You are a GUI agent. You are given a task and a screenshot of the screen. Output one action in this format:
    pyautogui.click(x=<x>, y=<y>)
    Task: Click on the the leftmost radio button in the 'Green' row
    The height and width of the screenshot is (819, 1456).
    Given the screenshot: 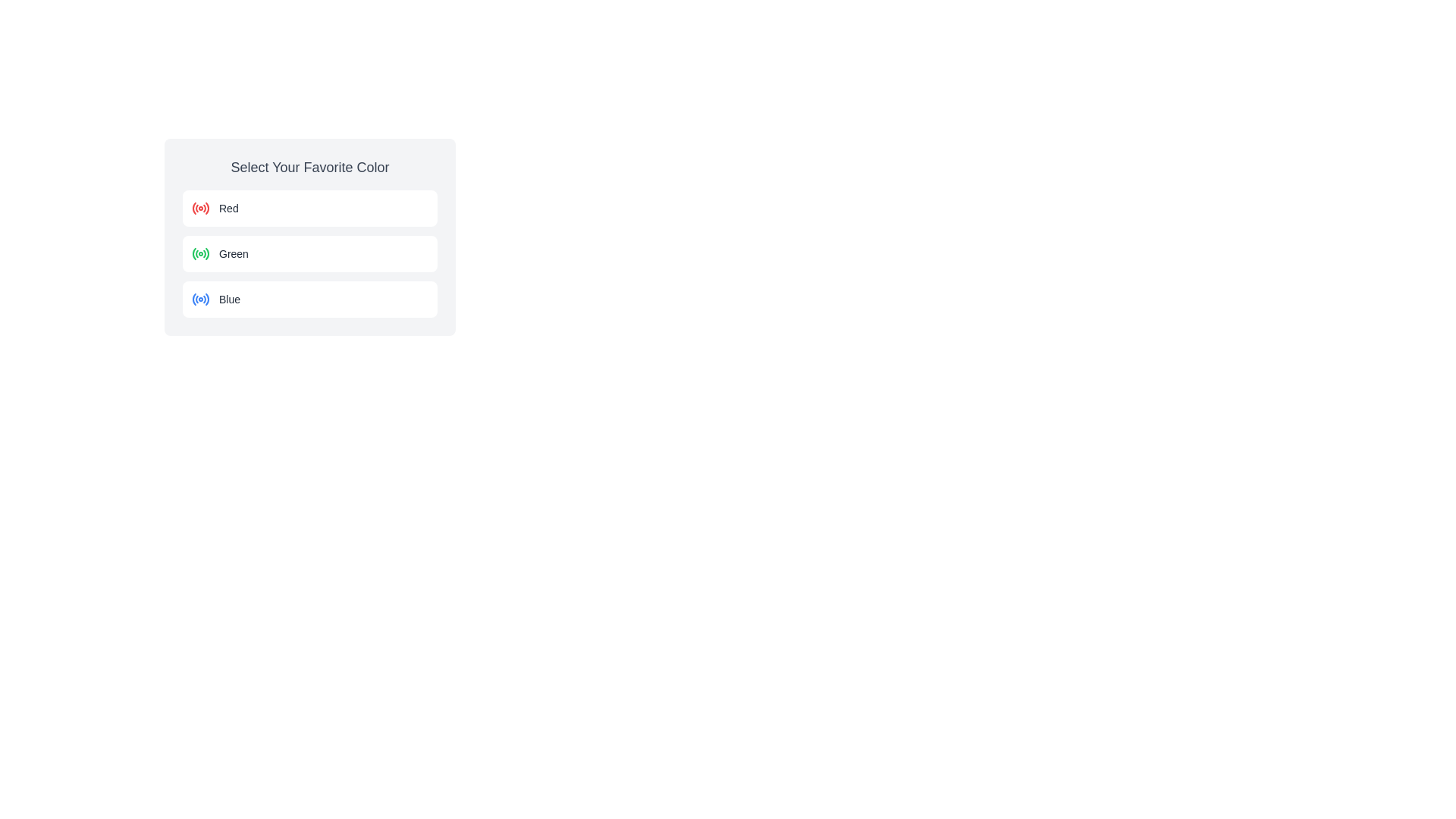 What is the action you would take?
    pyautogui.click(x=199, y=253)
    